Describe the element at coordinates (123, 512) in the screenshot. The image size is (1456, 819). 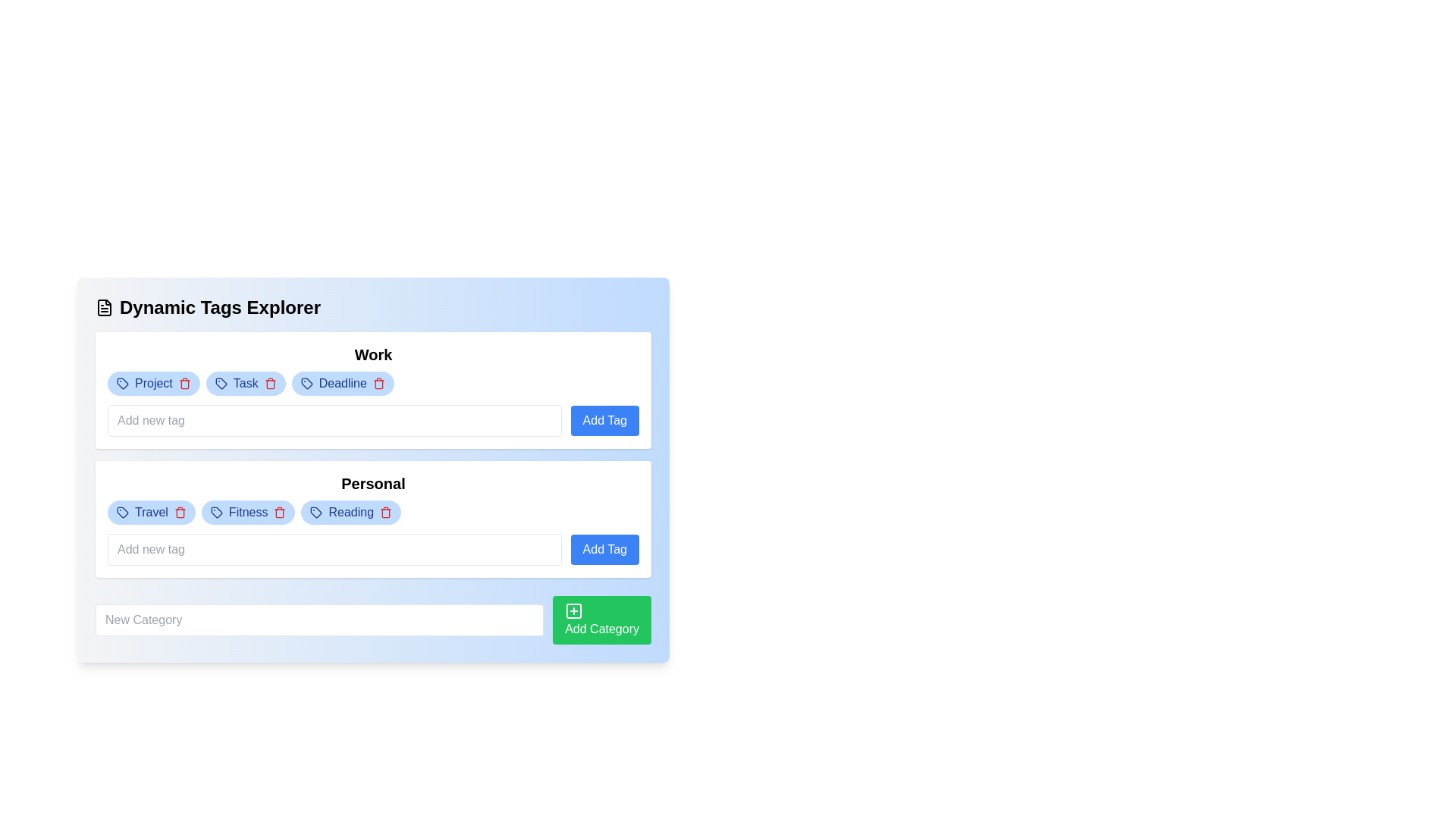
I see `the 'Travel' tag icon located within the 'Personal' category group to identify the associated category` at that location.